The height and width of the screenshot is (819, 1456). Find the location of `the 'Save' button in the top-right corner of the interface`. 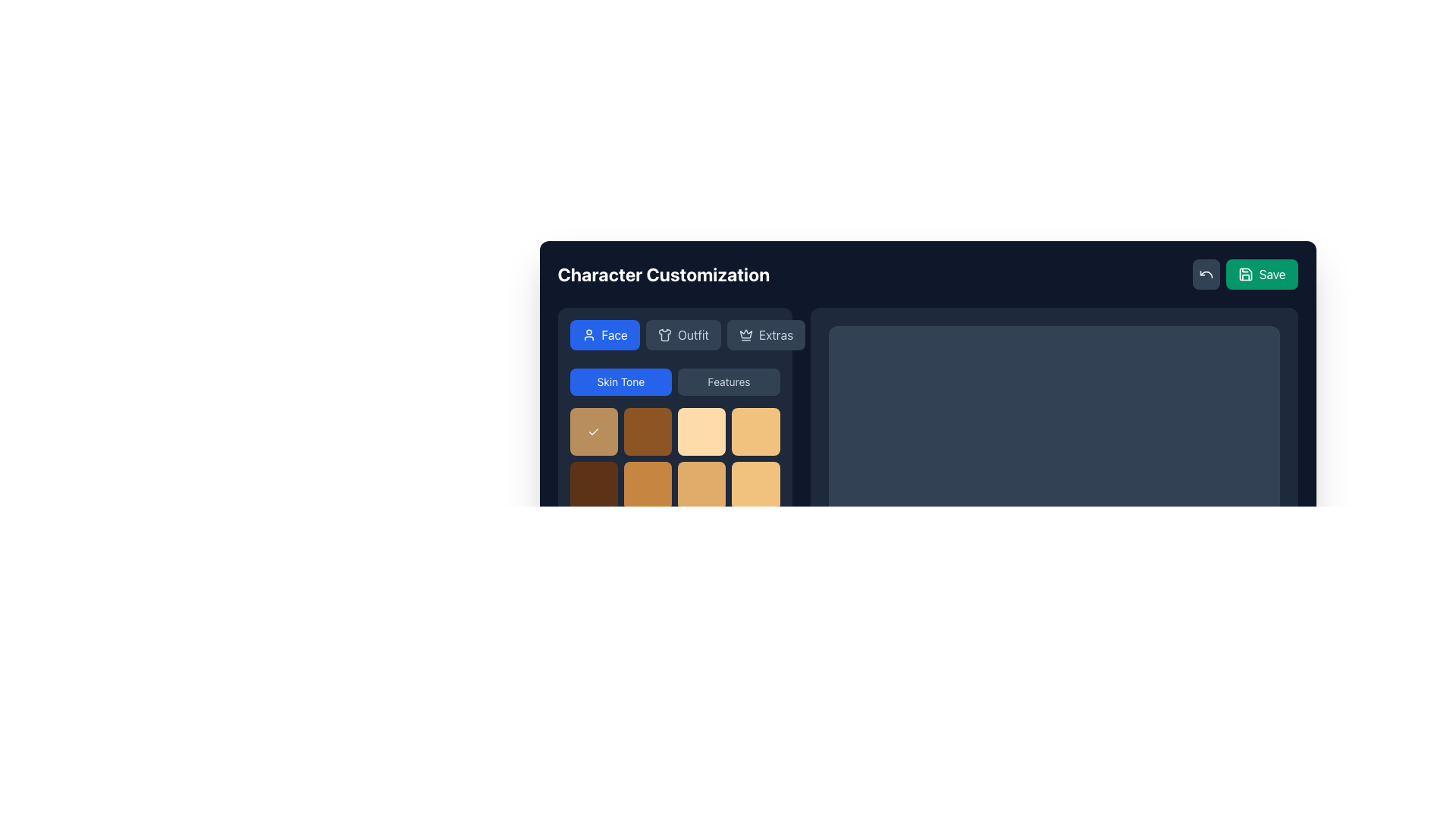

the 'Save' button in the top-right corner of the interface is located at coordinates (1245, 275).